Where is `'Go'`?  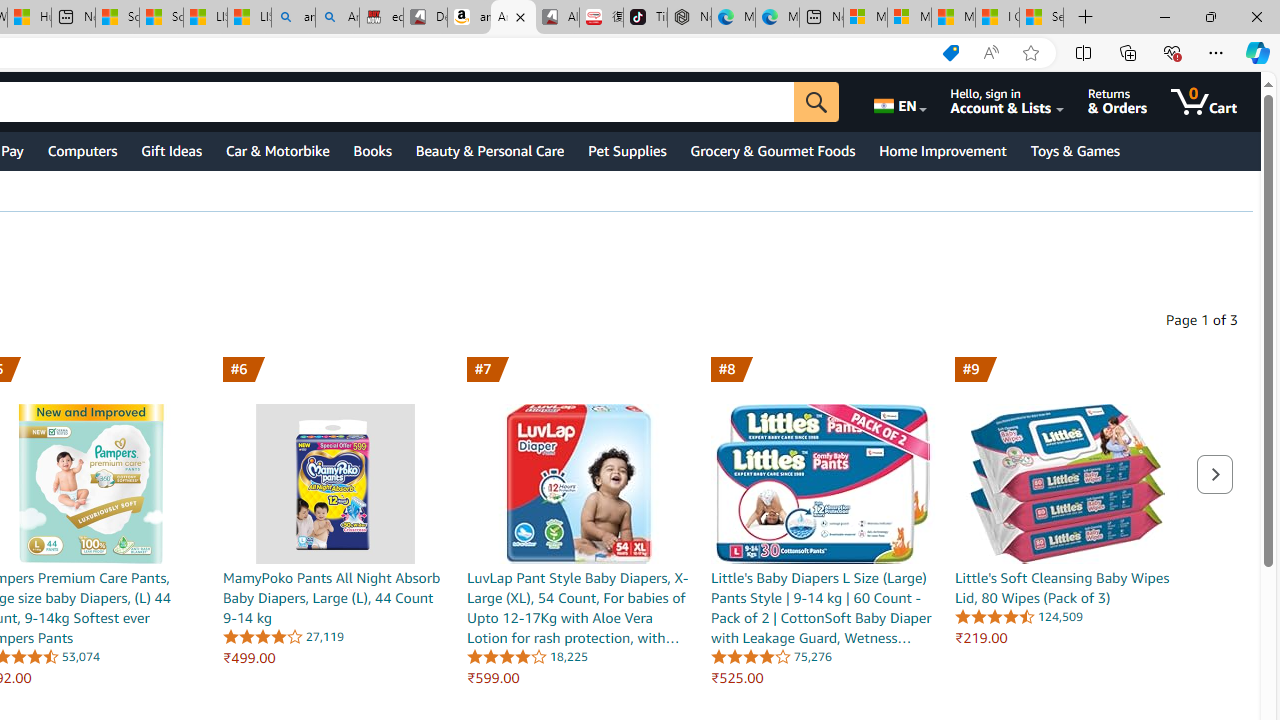
'Go' is located at coordinates (816, 101).